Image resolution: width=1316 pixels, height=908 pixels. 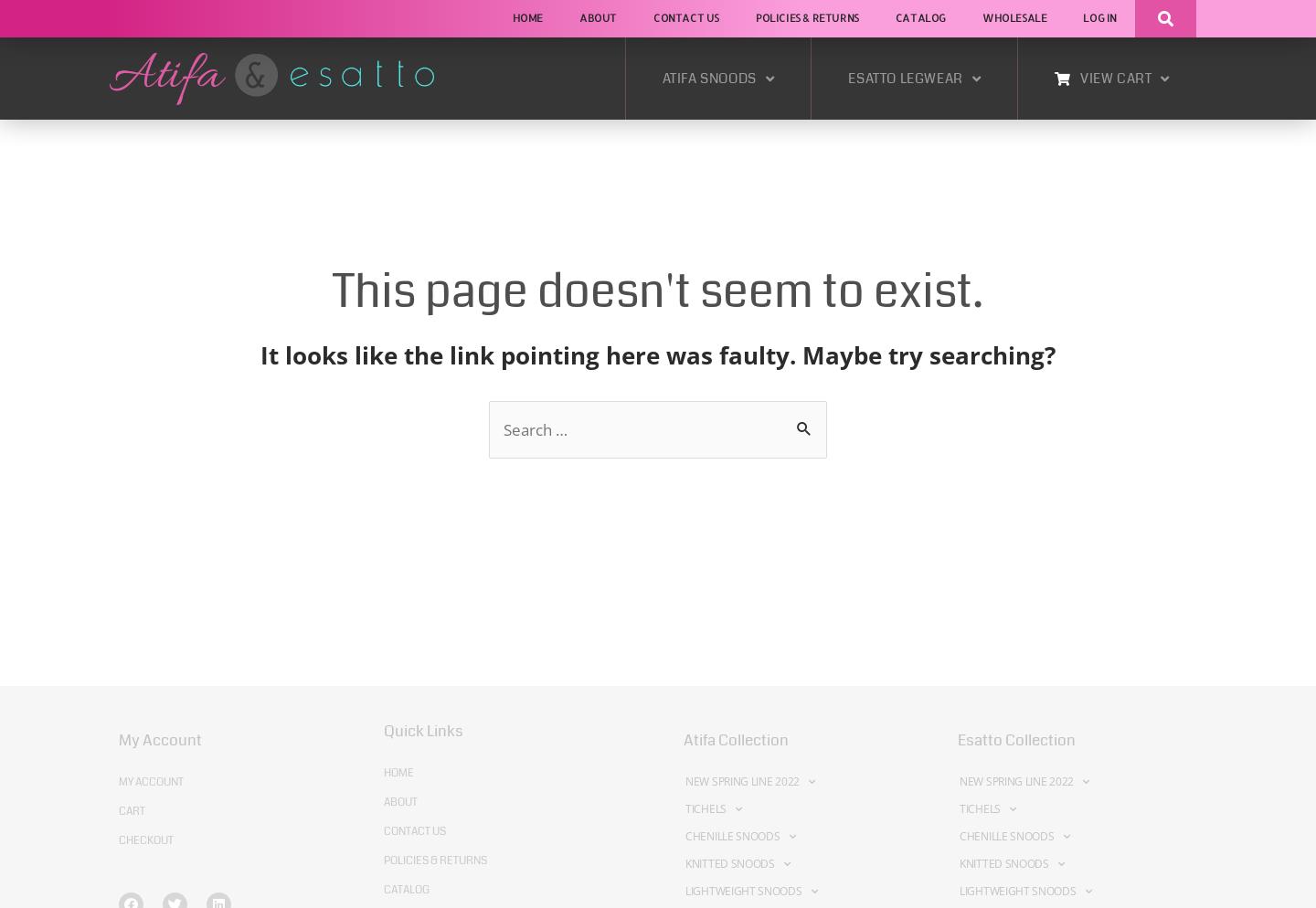 What do you see at coordinates (611, 301) in the screenshot?
I see `'BEANIES & HATS'` at bounding box center [611, 301].